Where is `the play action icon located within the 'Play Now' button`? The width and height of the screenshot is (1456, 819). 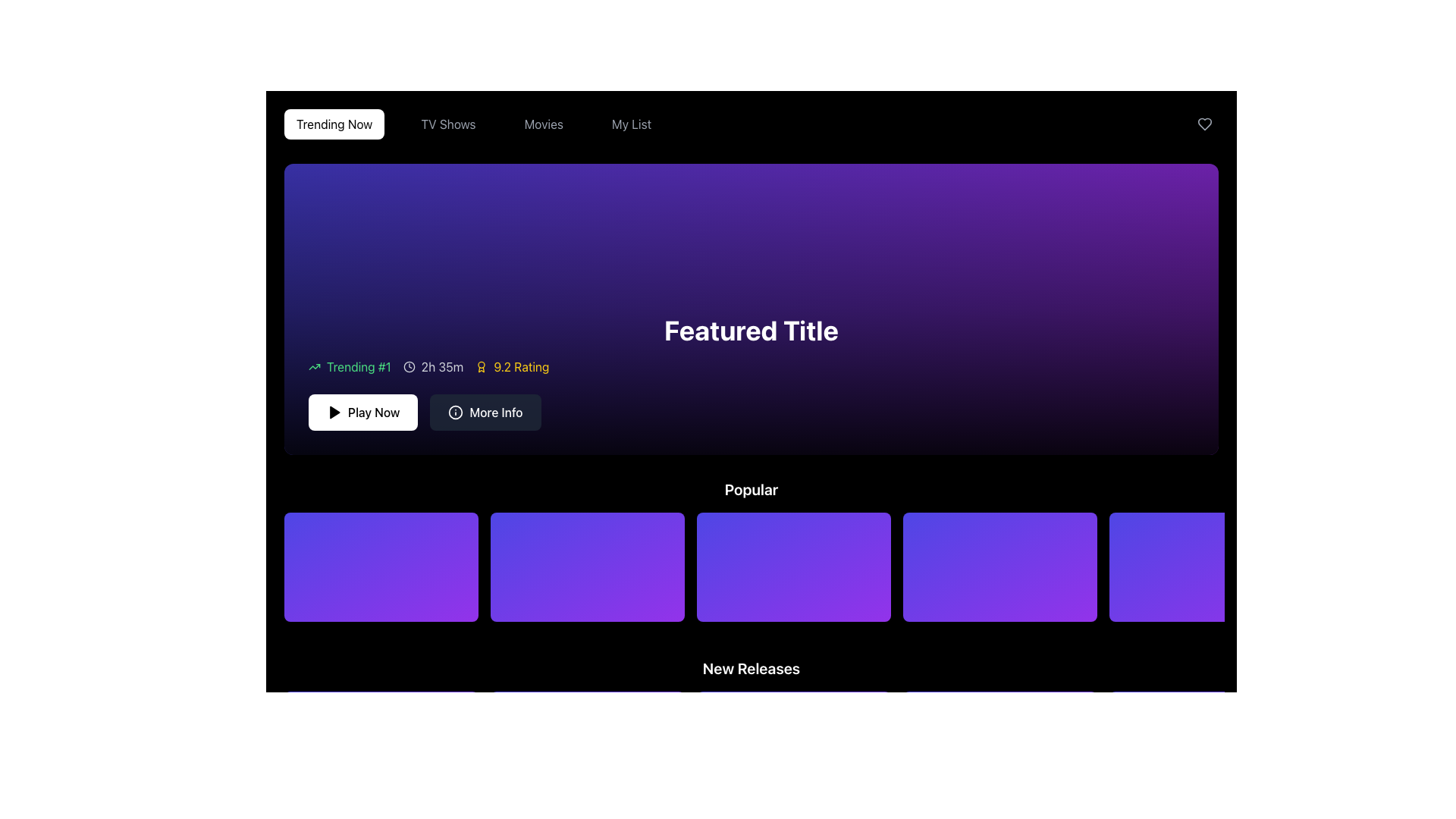 the play action icon located within the 'Play Now' button is located at coordinates (334, 412).